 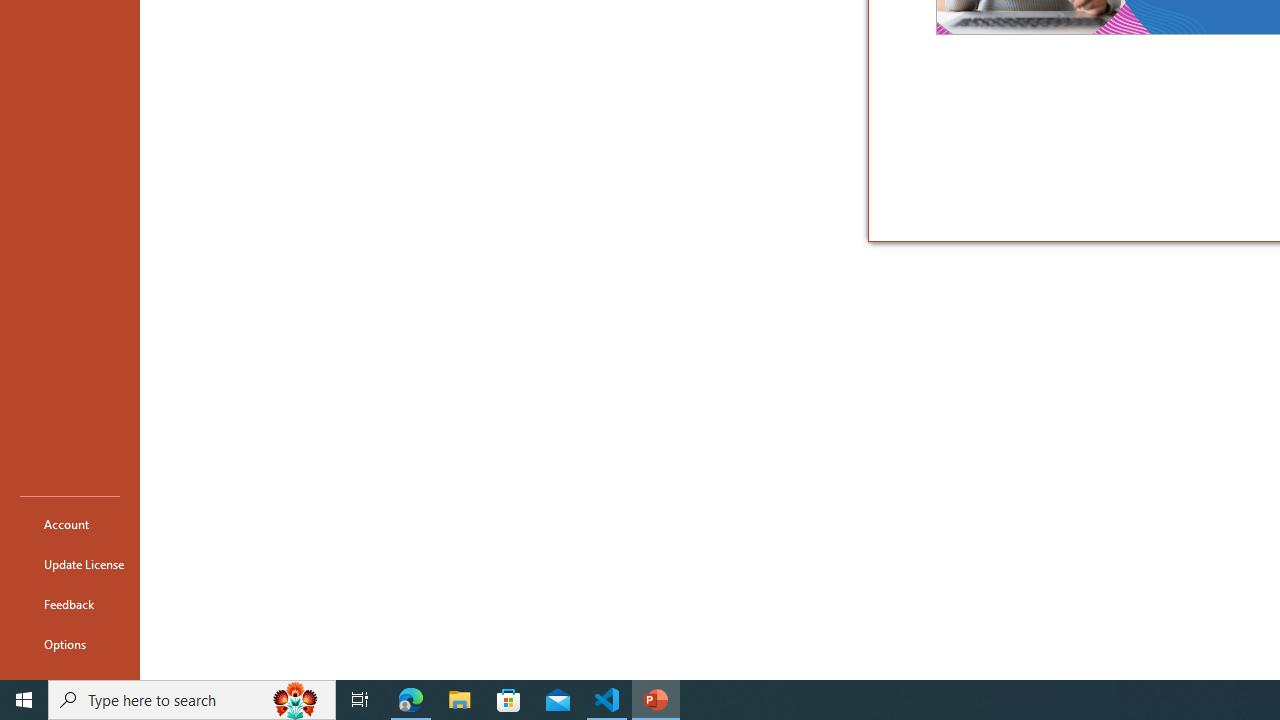 I want to click on 'Options', so click(x=69, y=644).